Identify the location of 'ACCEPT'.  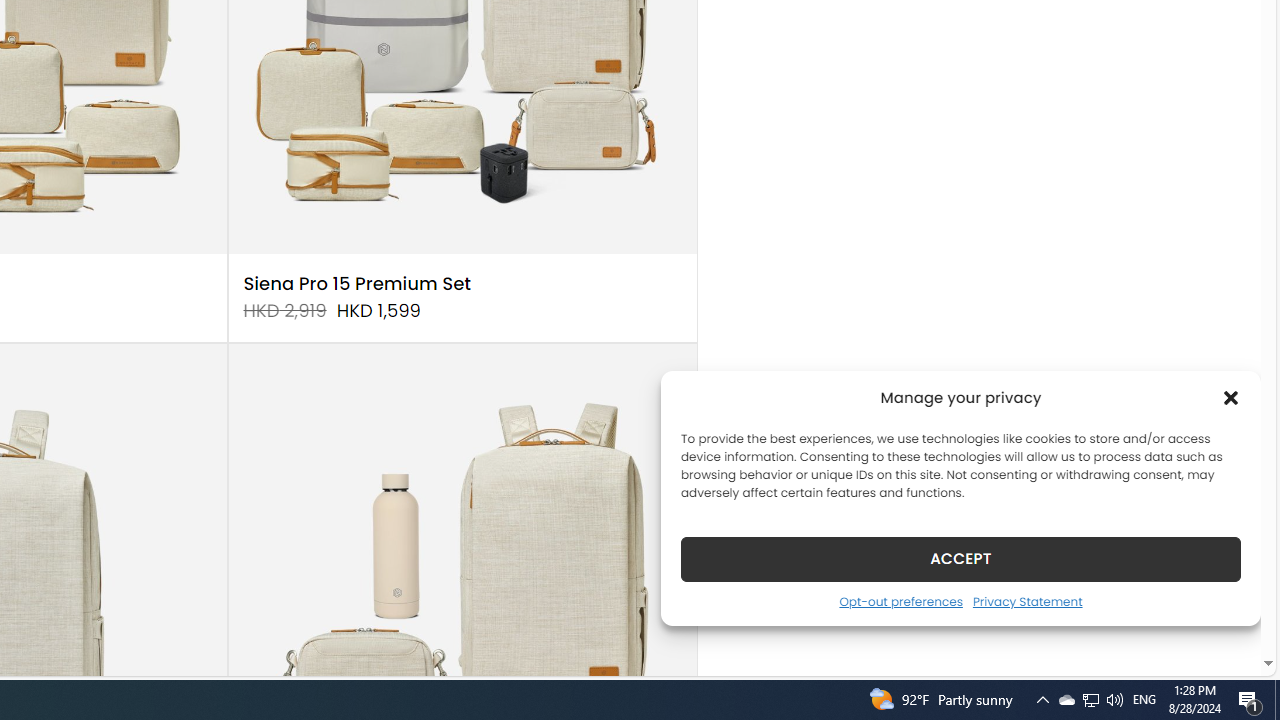
(961, 558).